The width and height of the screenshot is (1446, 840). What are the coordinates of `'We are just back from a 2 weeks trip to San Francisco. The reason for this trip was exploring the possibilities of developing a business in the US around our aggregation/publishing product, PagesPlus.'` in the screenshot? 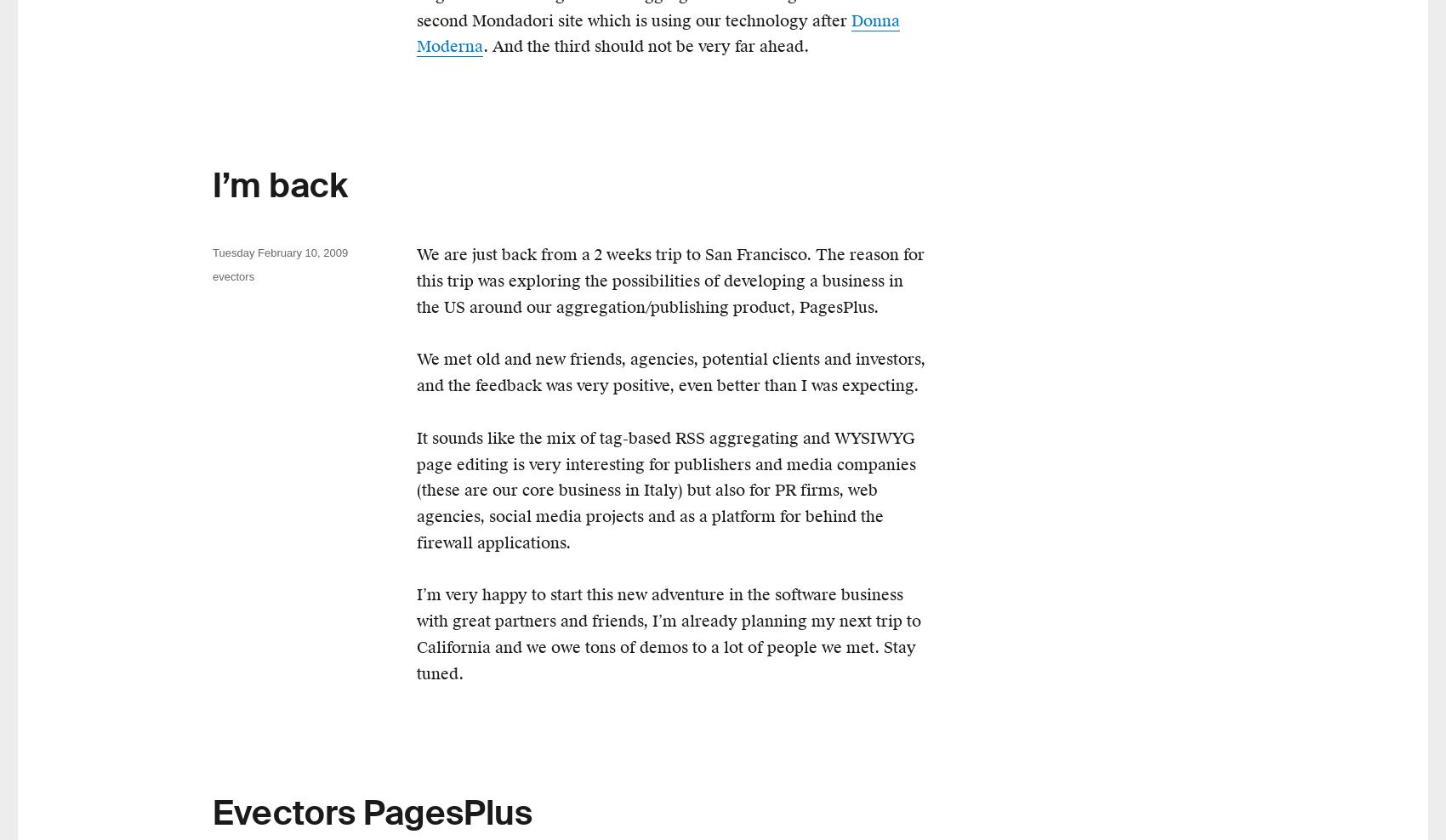 It's located at (669, 280).